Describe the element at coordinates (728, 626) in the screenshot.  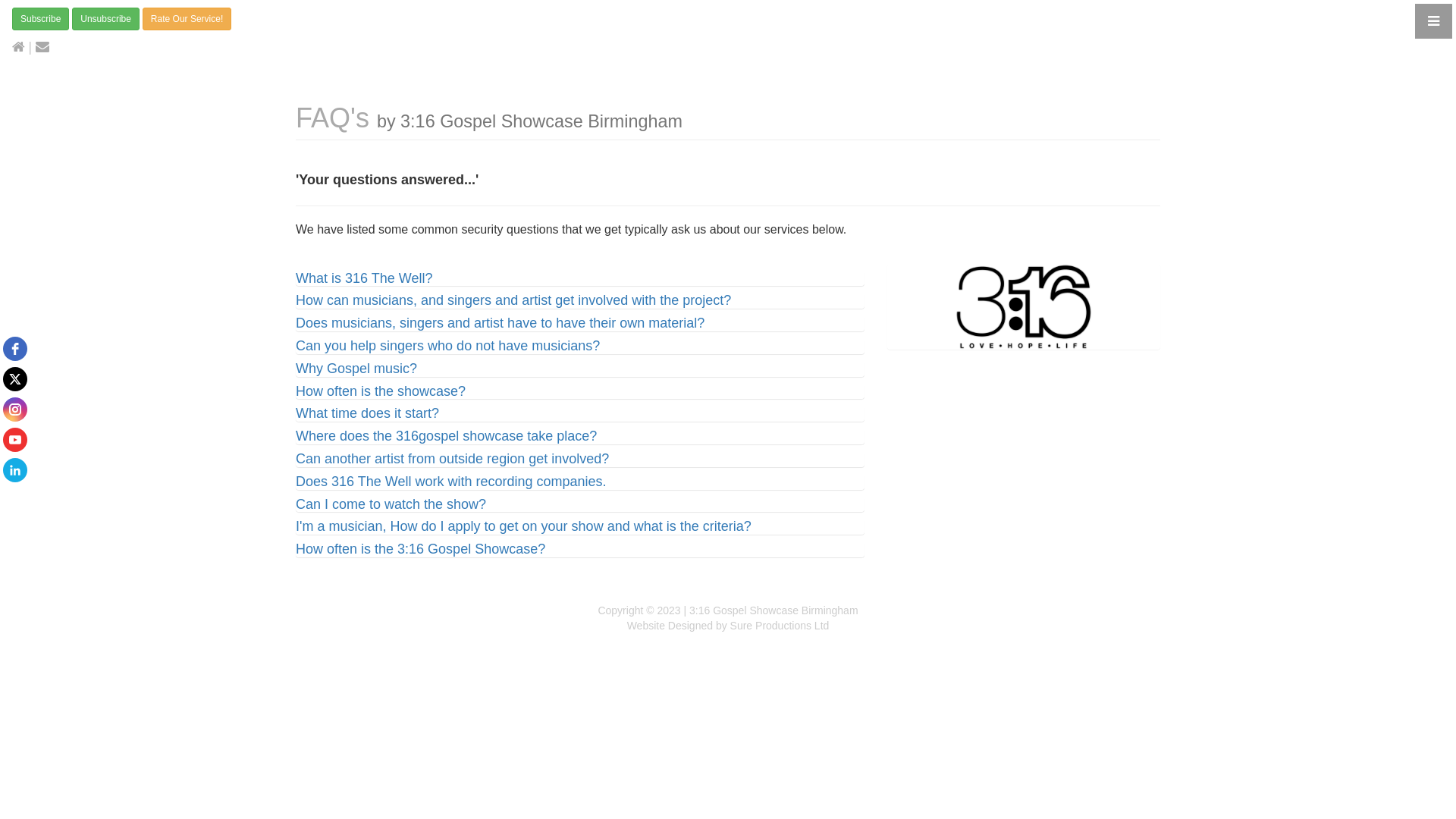
I see `'Website Designed by Sure Productions Ltd'` at that location.